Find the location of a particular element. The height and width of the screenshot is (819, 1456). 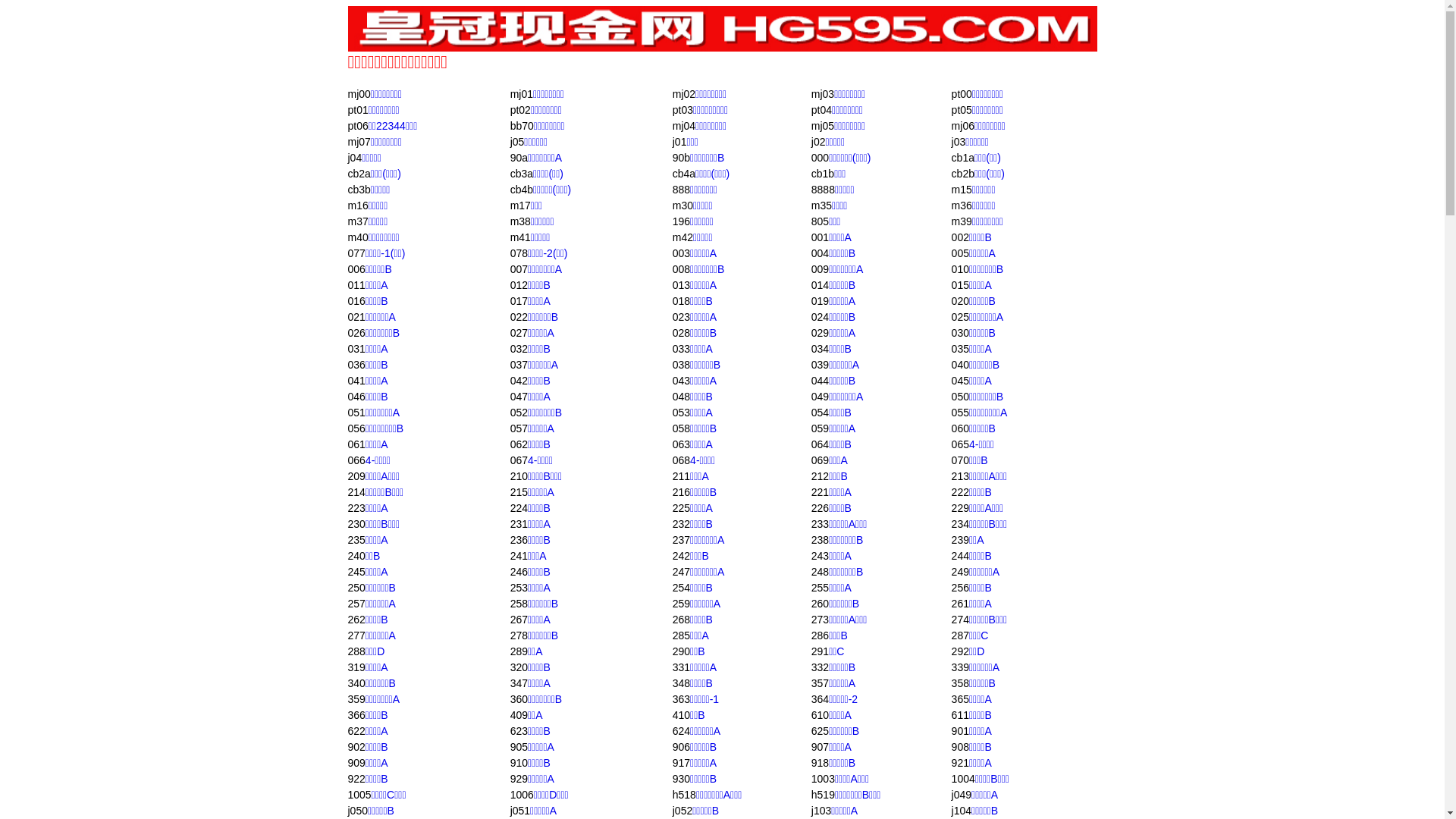

'068' is located at coordinates (680, 459).